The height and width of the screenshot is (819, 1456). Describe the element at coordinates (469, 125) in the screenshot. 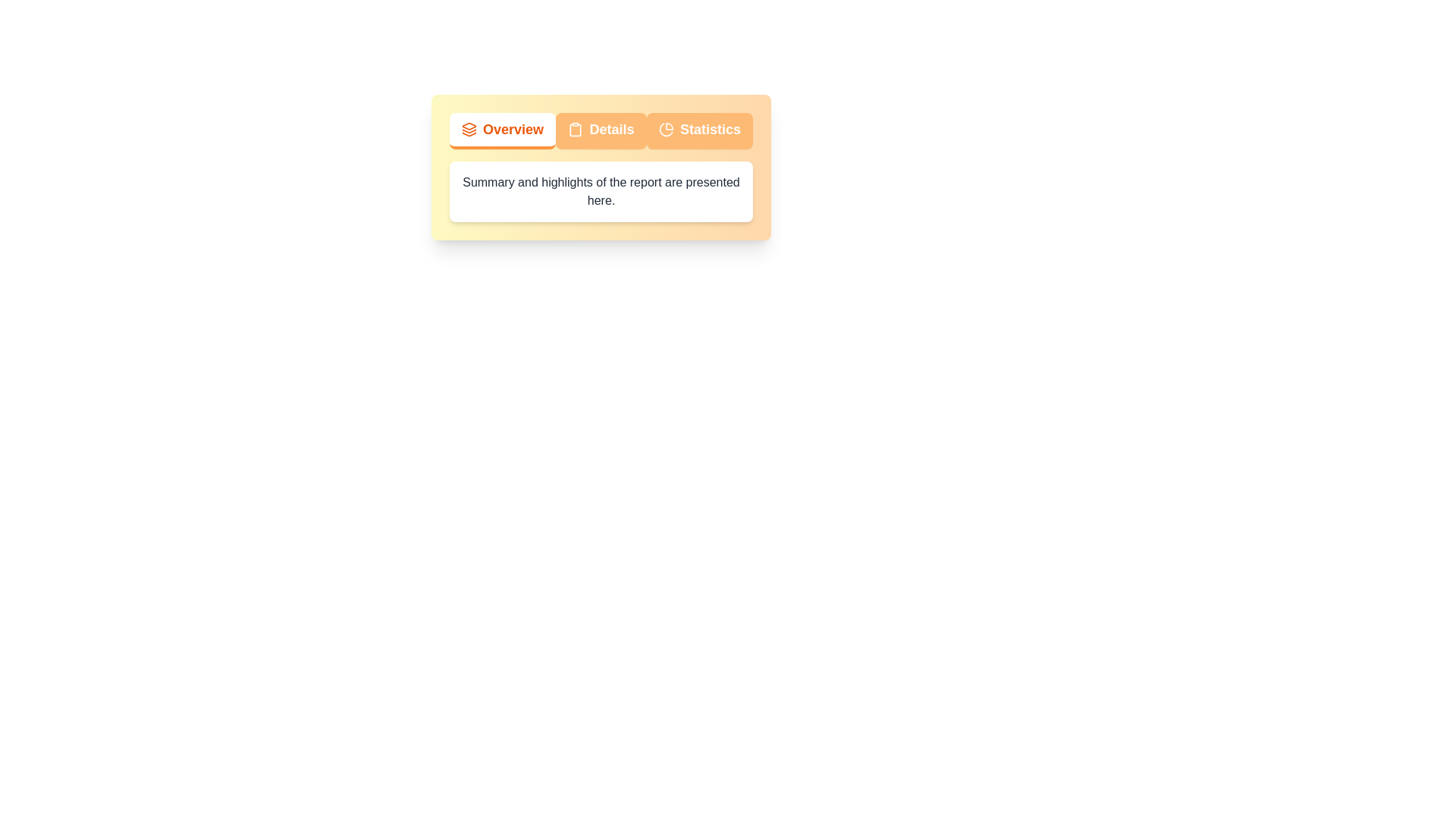

I see `the information conveyed by the topmost triangular layer of the SVG-based icon located beside the 'Overview' text label` at that location.